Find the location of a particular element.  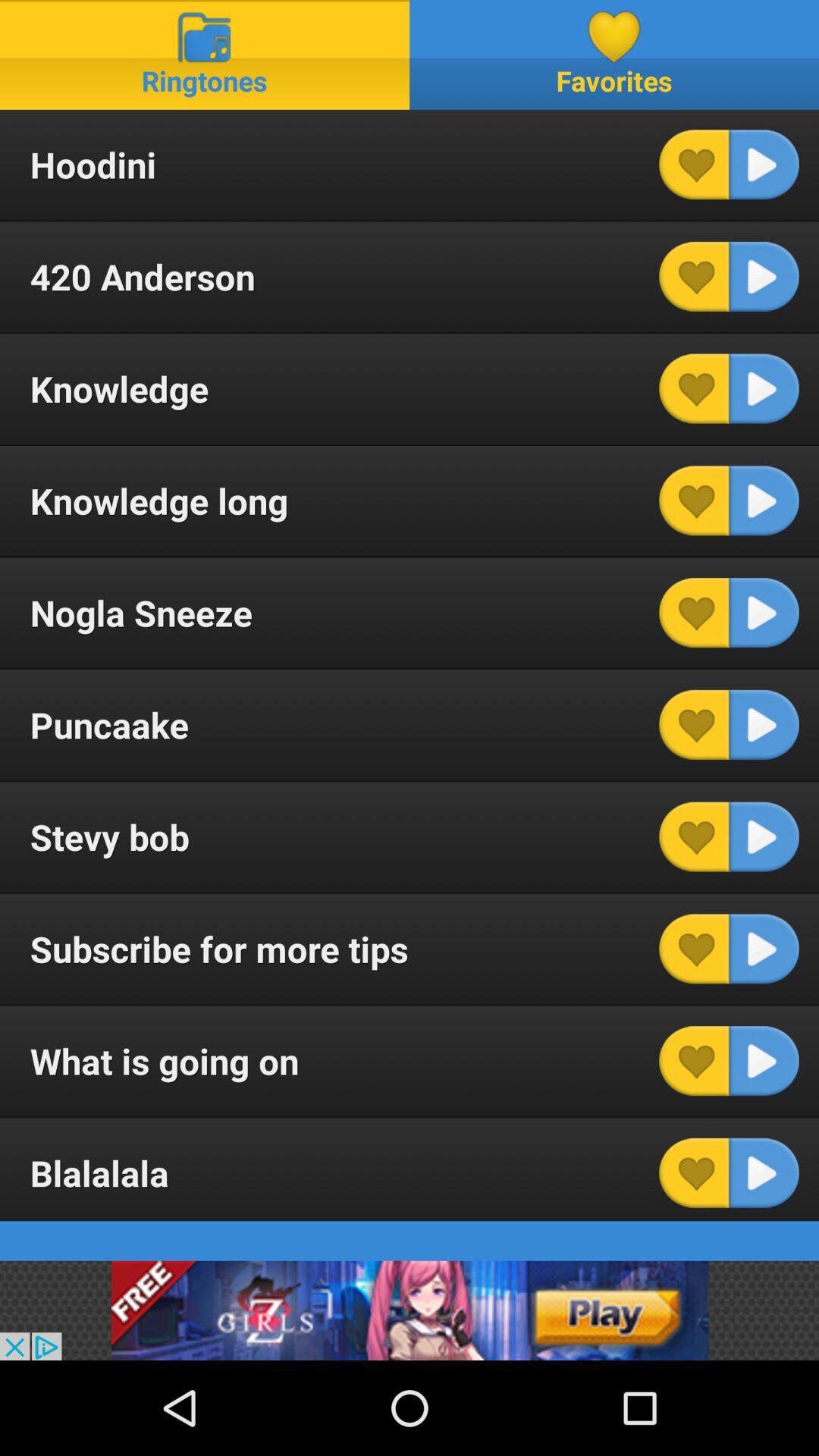

this game free is located at coordinates (409, 1310).